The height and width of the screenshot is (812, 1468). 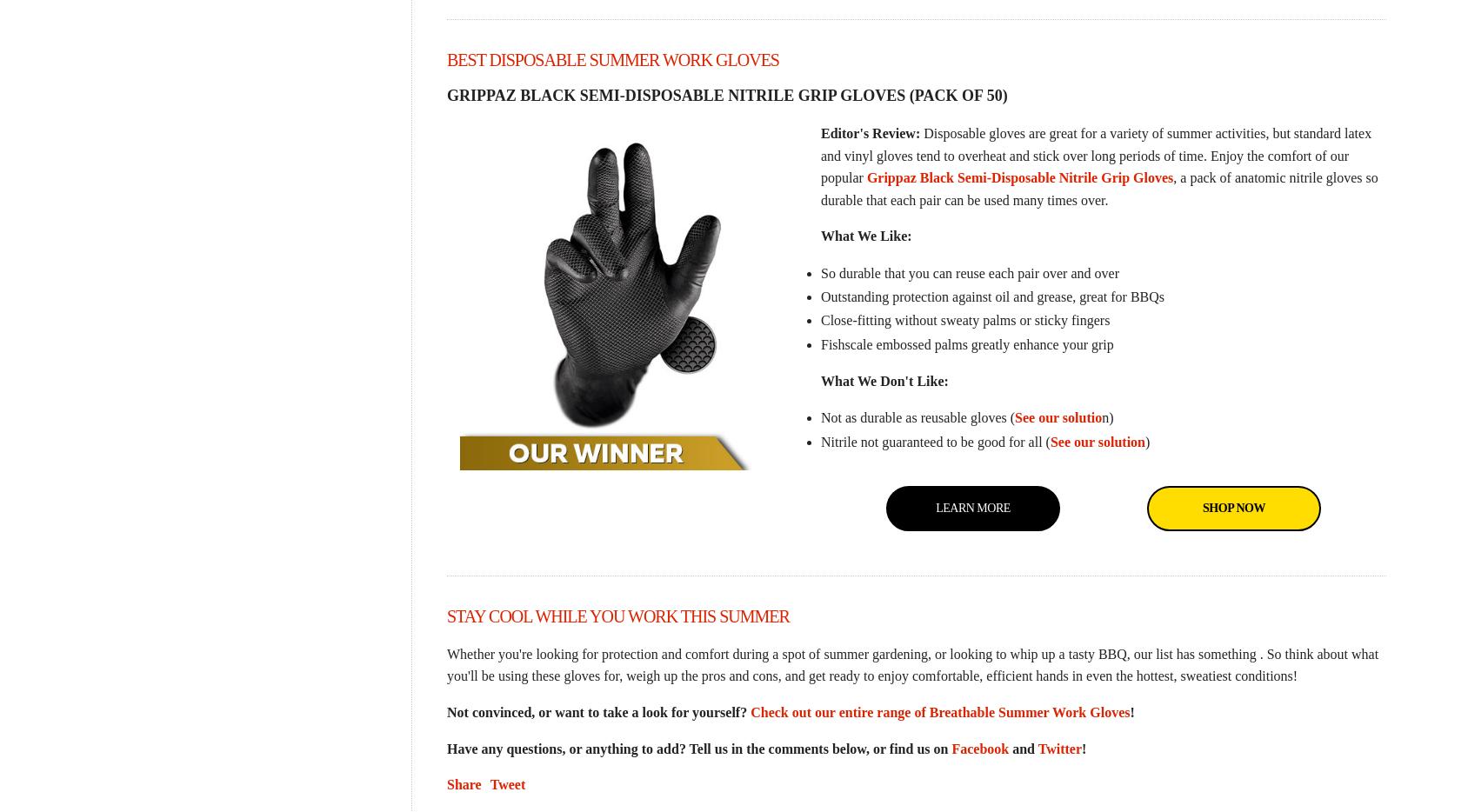 I want to click on 'See our solution', so click(x=1097, y=440).